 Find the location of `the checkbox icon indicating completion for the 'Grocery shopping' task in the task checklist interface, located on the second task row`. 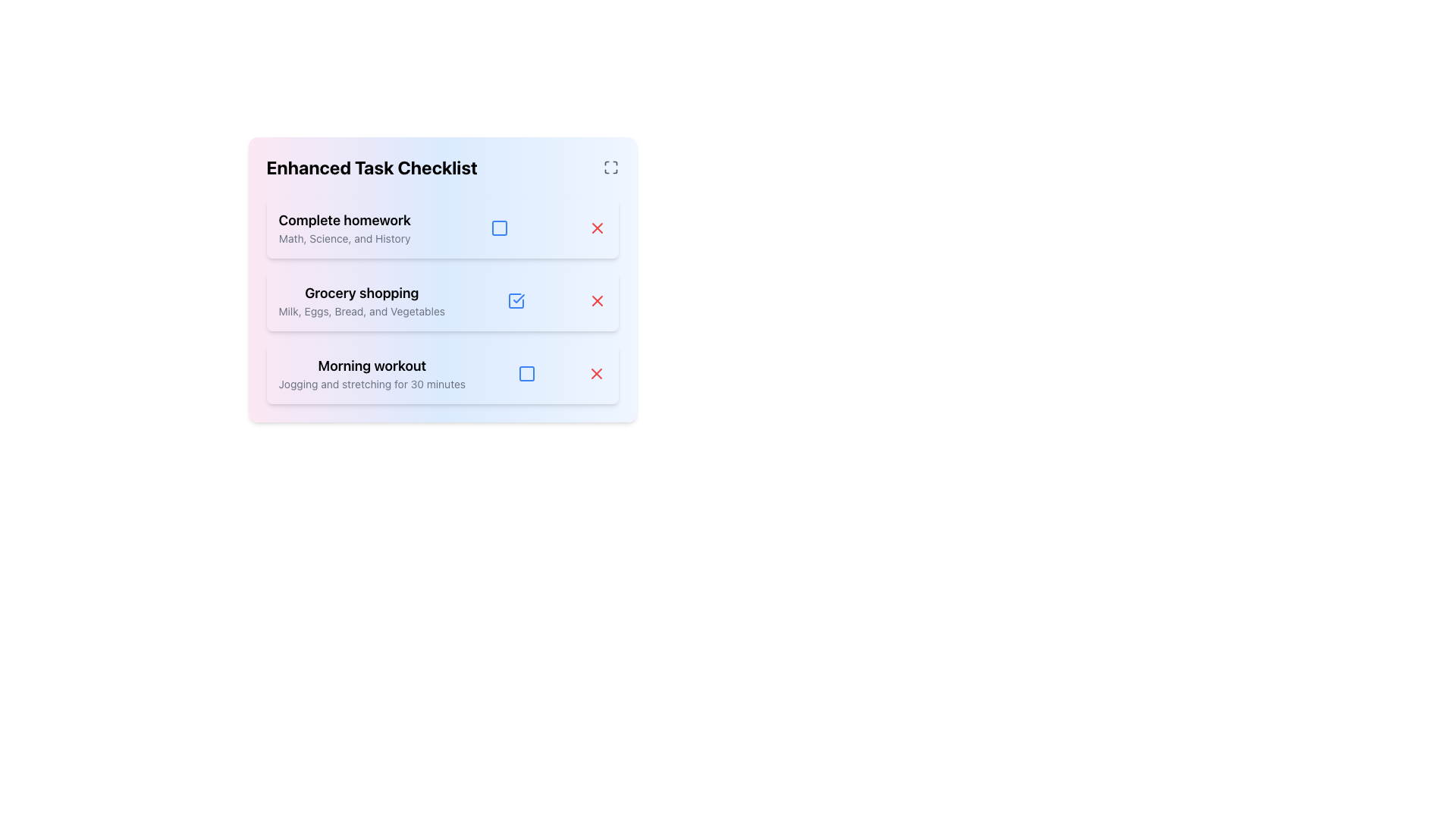

the checkbox icon indicating completion for the 'Grocery shopping' task in the task checklist interface, located on the second task row is located at coordinates (519, 298).